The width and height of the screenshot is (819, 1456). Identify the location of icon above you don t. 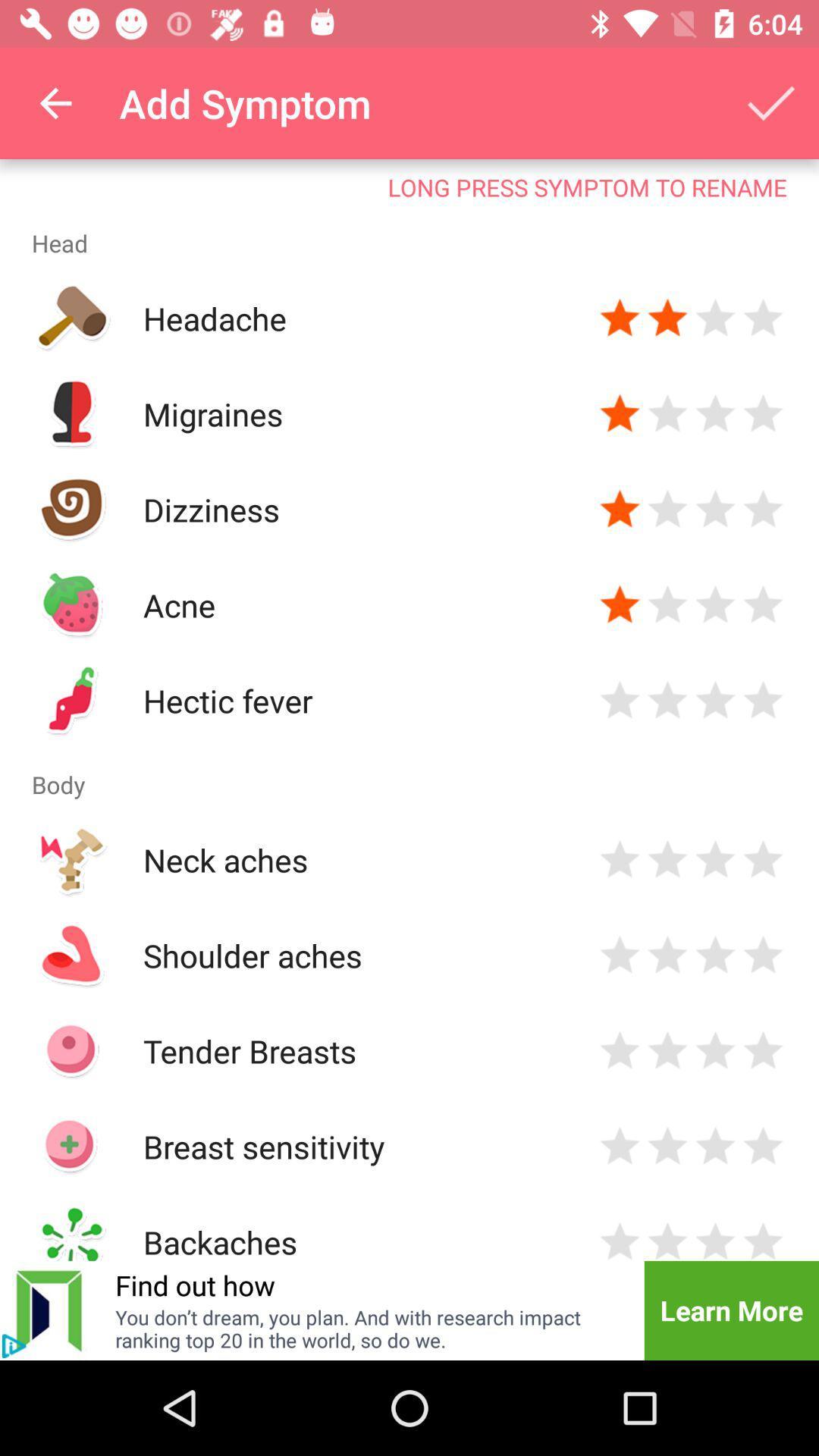
(194, 1284).